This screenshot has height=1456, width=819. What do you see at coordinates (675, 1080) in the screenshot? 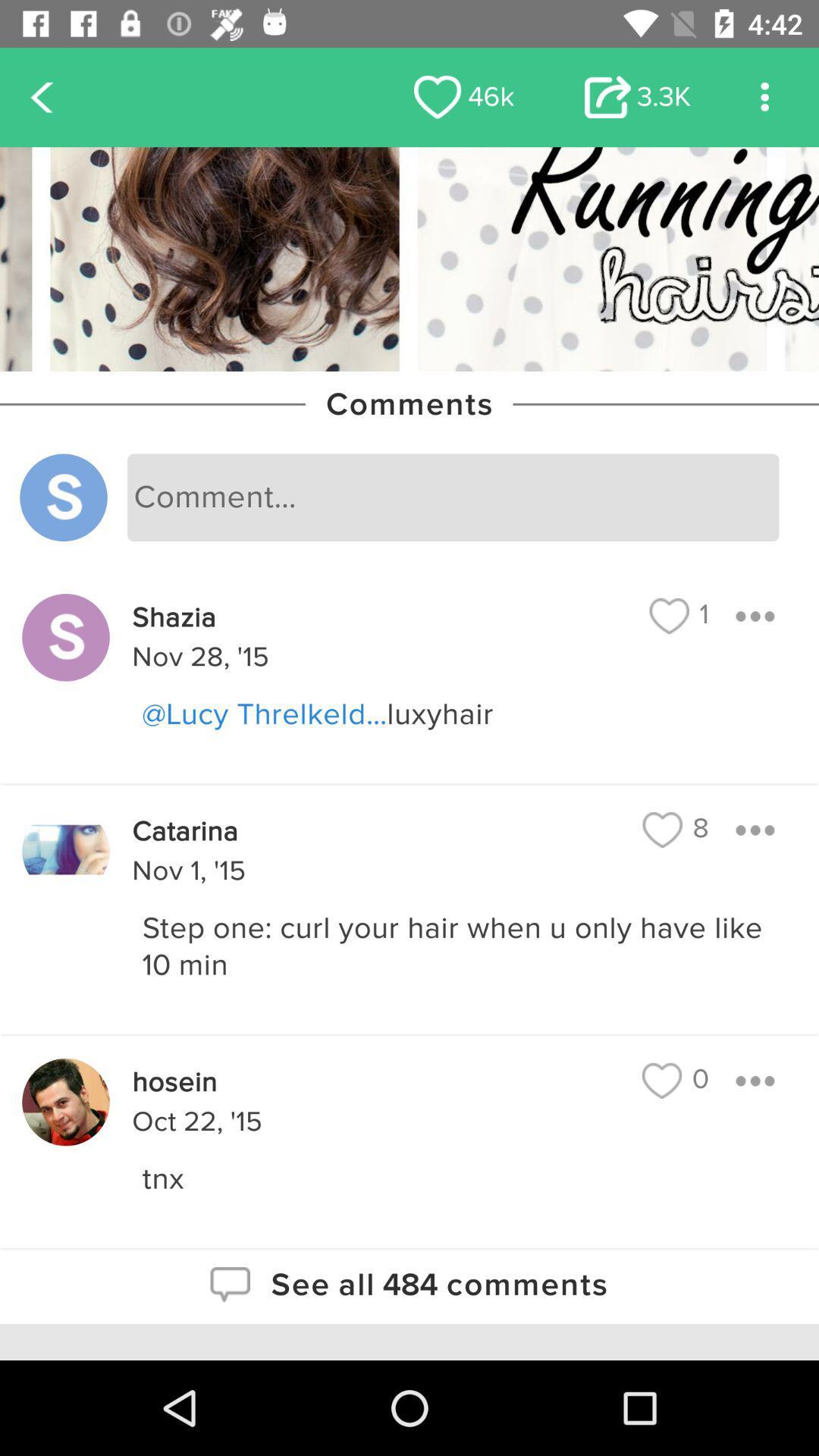
I see `the 0 item` at bounding box center [675, 1080].